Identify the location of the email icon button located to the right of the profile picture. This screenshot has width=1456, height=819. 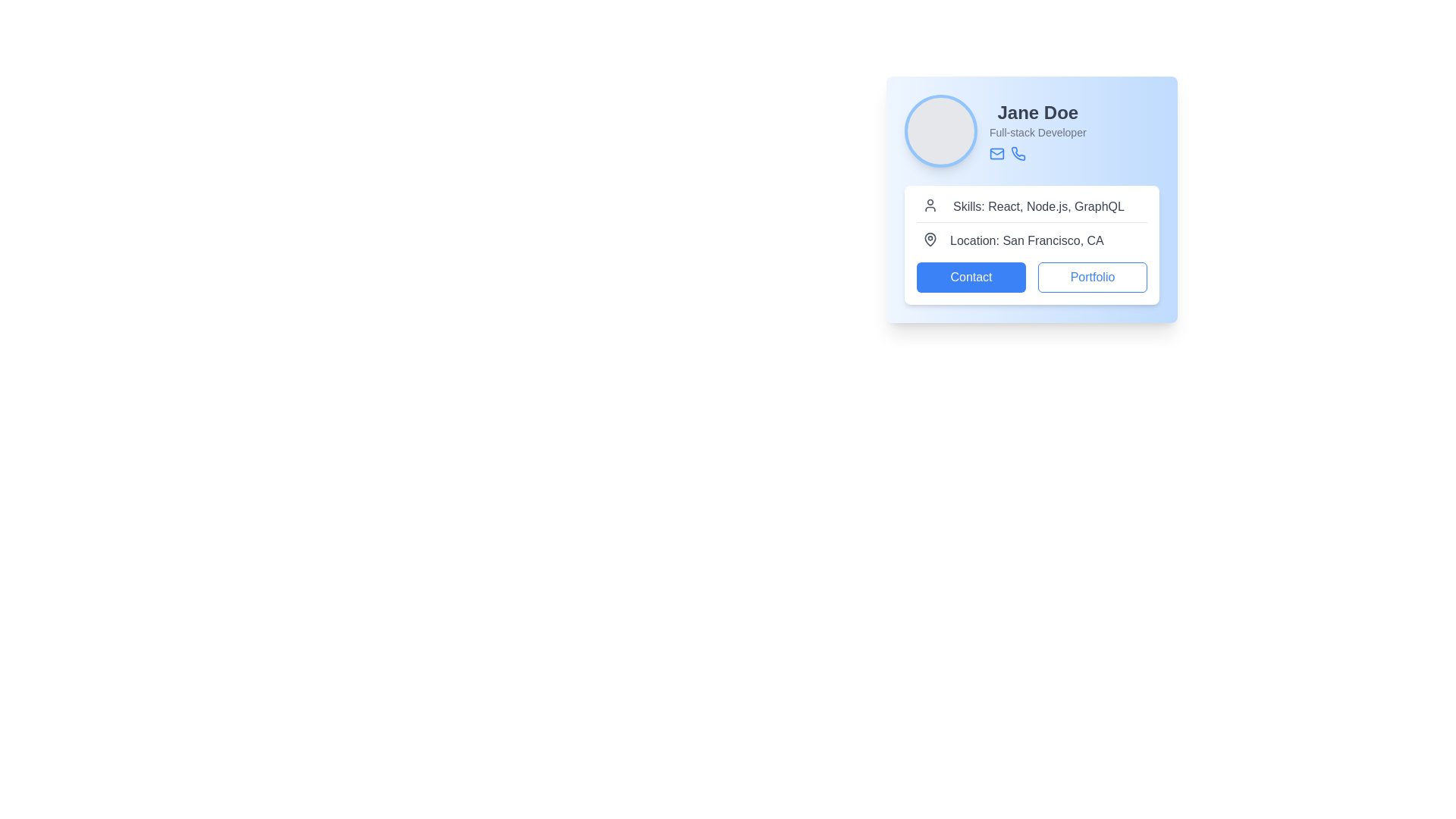
(997, 154).